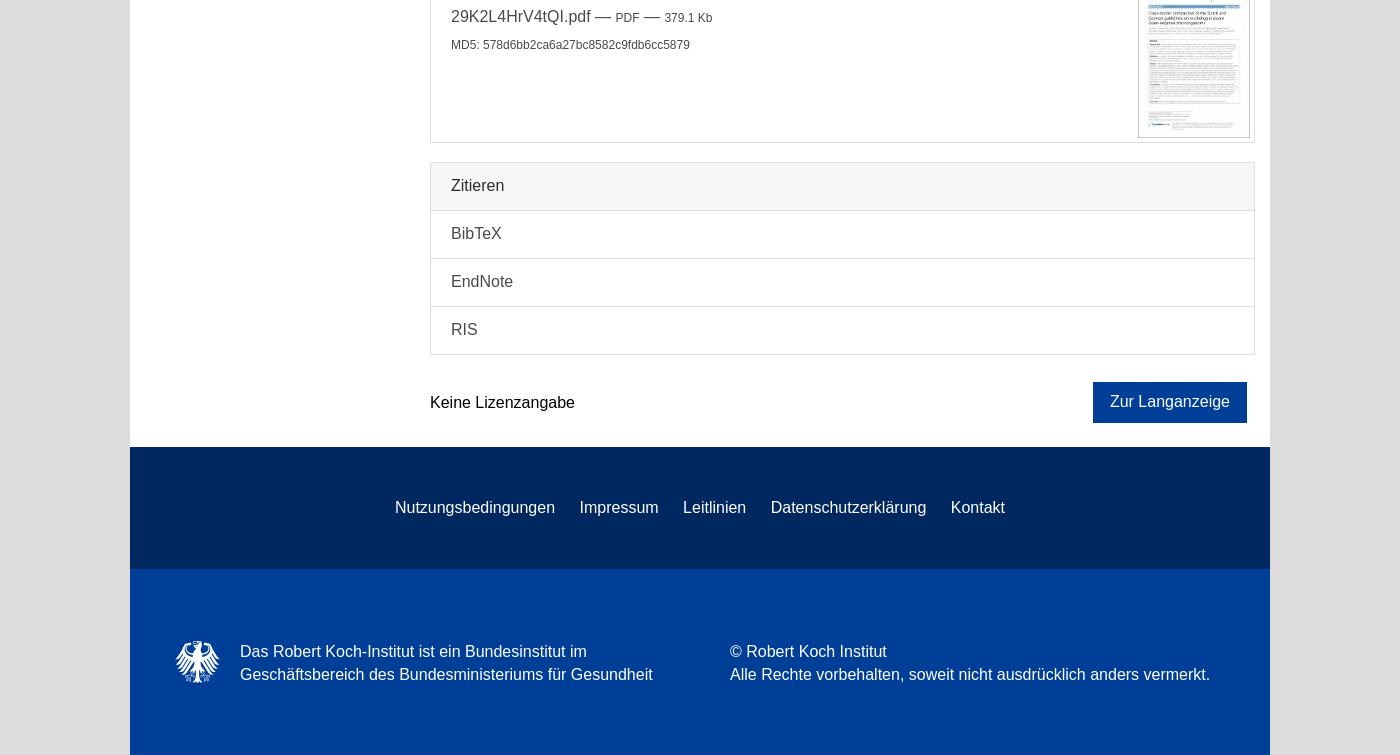 Image resolution: width=1400 pixels, height=755 pixels. Describe the element at coordinates (807, 650) in the screenshot. I see `'© Robert Koch Institut'` at that location.